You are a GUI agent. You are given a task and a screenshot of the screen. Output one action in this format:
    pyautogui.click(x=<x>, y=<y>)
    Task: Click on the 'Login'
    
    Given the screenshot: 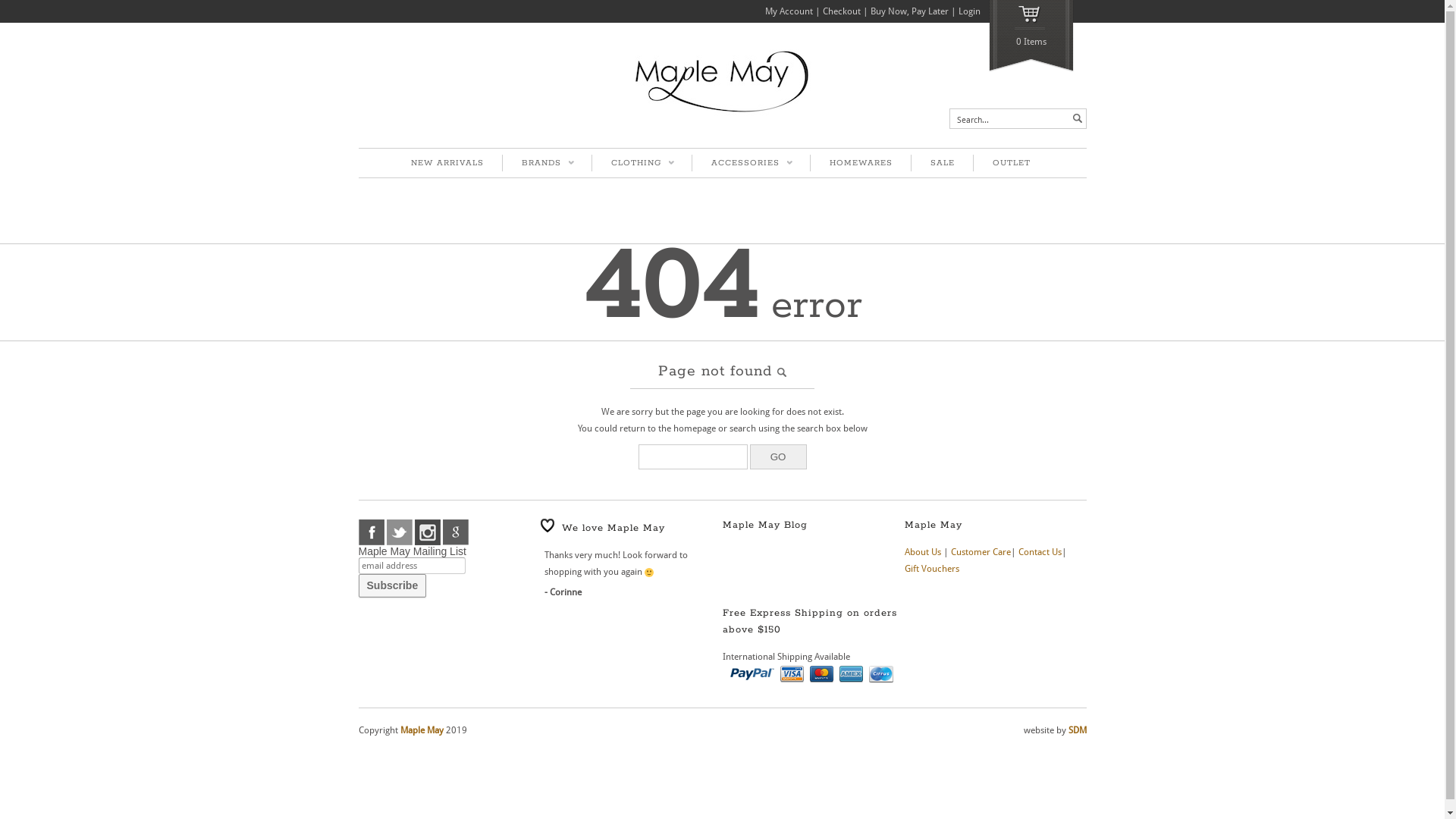 What is the action you would take?
    pyautogui.click(x=968, y=11)
    